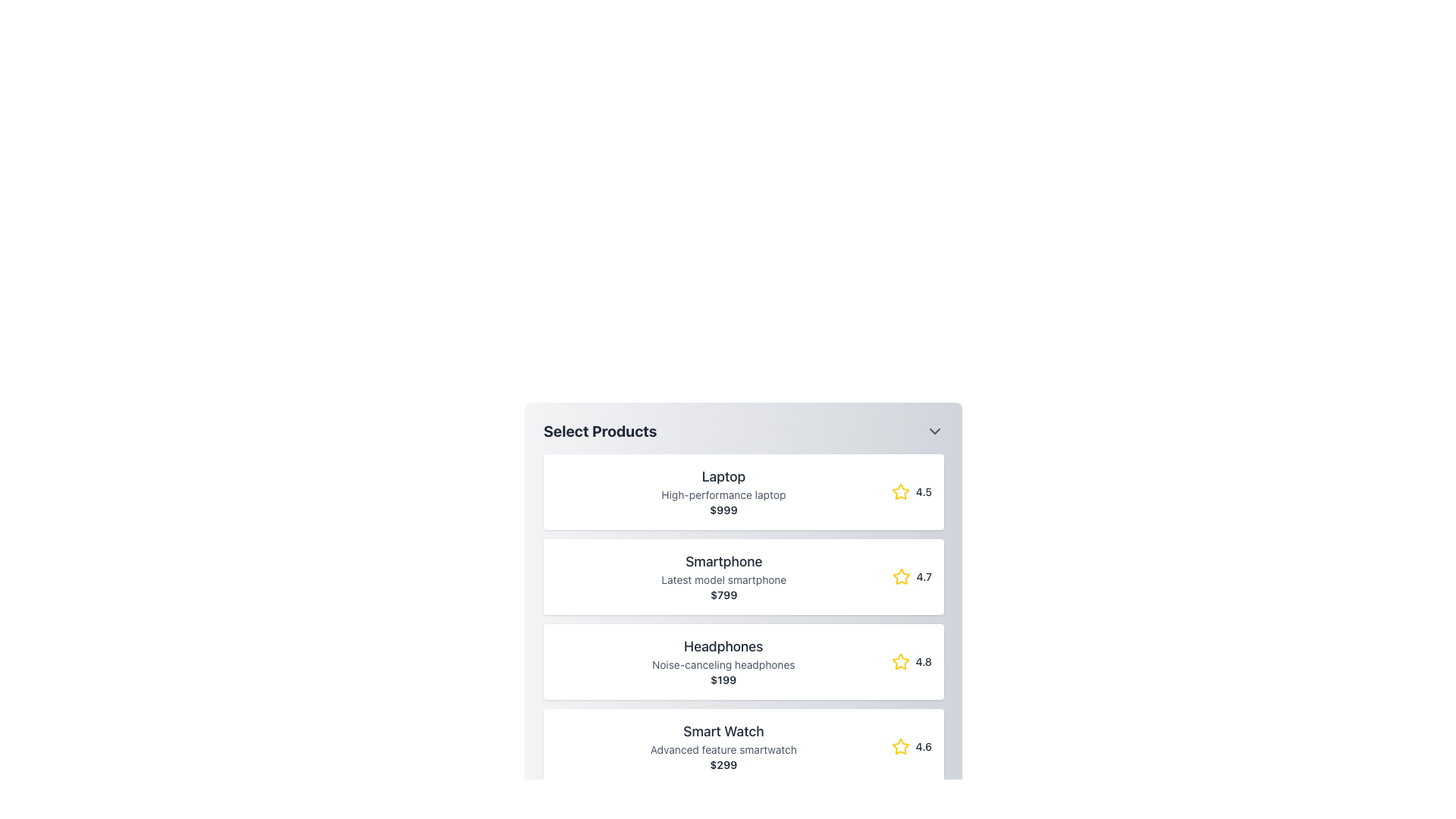  Describe the element at coordinates (723, 661) in the screenshot. I see `the text content group that provides product details including the title 'Headphones,' description 'Noise-canceling headphones,' and price '$199,' located in the third card from the top in a vertically stacked list` at that location.